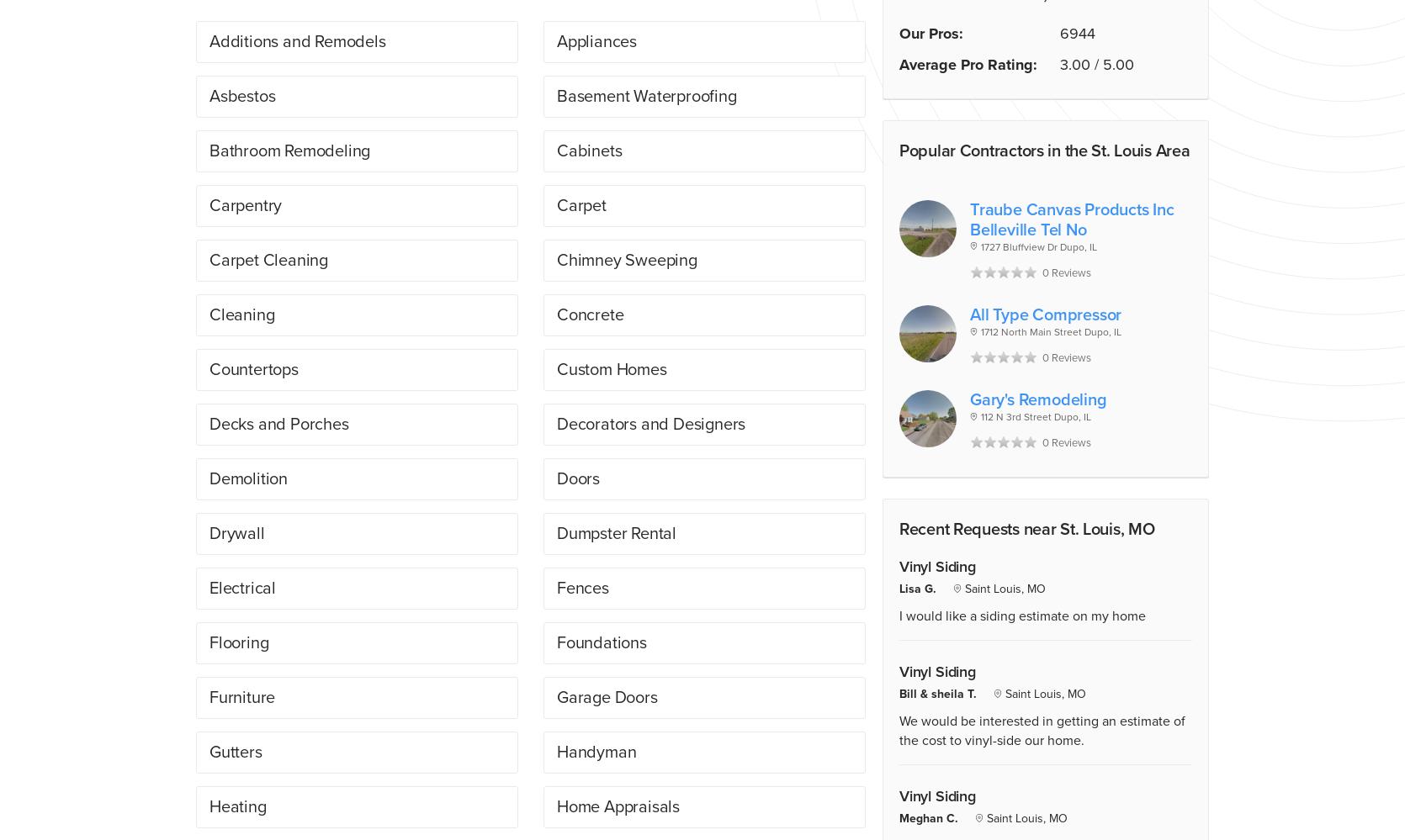  Describe the element at coordinates (596, 40) in the screenshot. I see `'Appliances'` at that location.